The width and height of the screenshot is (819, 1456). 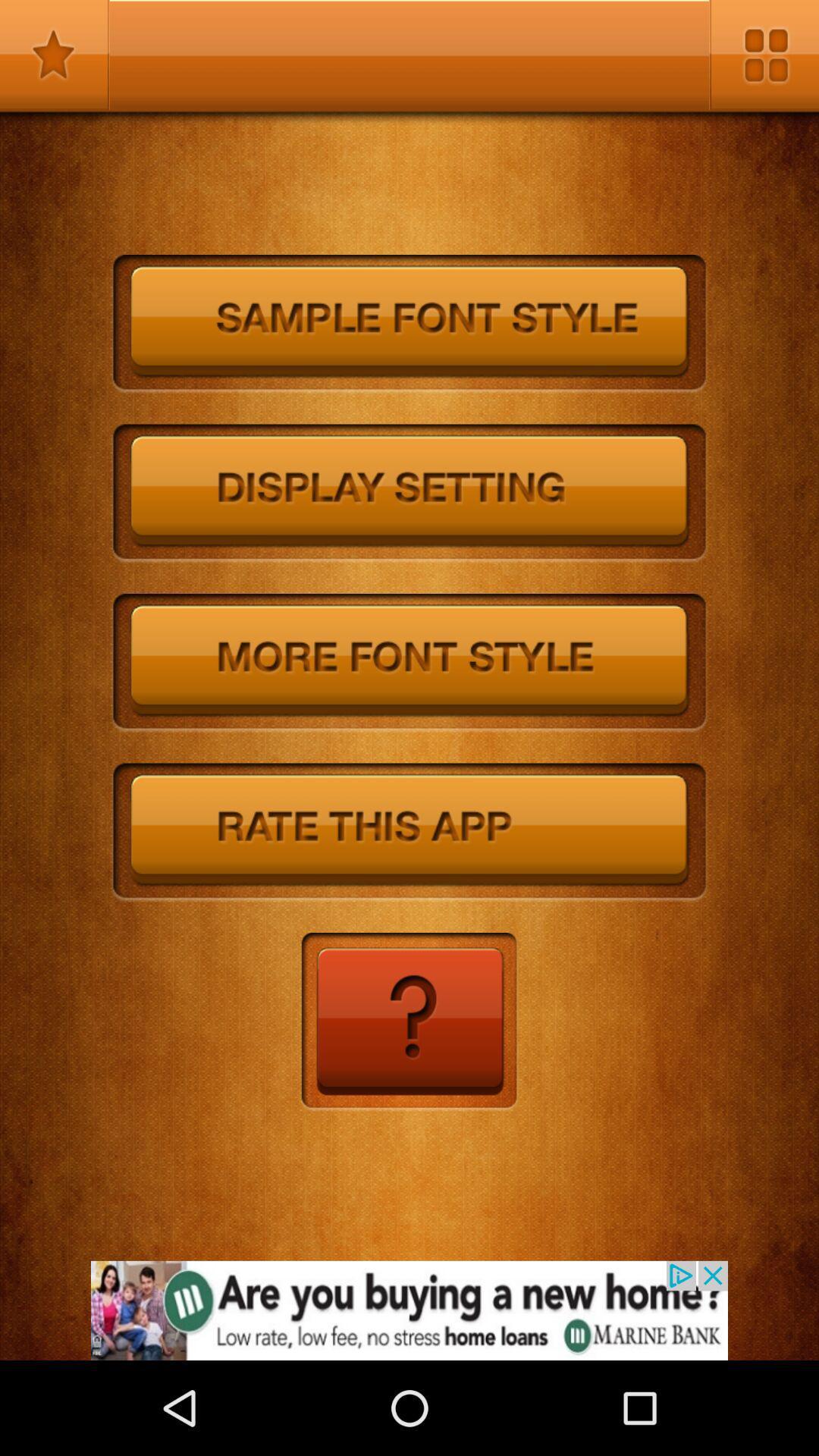 What do you see at coordinates (409, 1310) in the screenshot?
I see `advertising` at bounding box center [409, 1310].